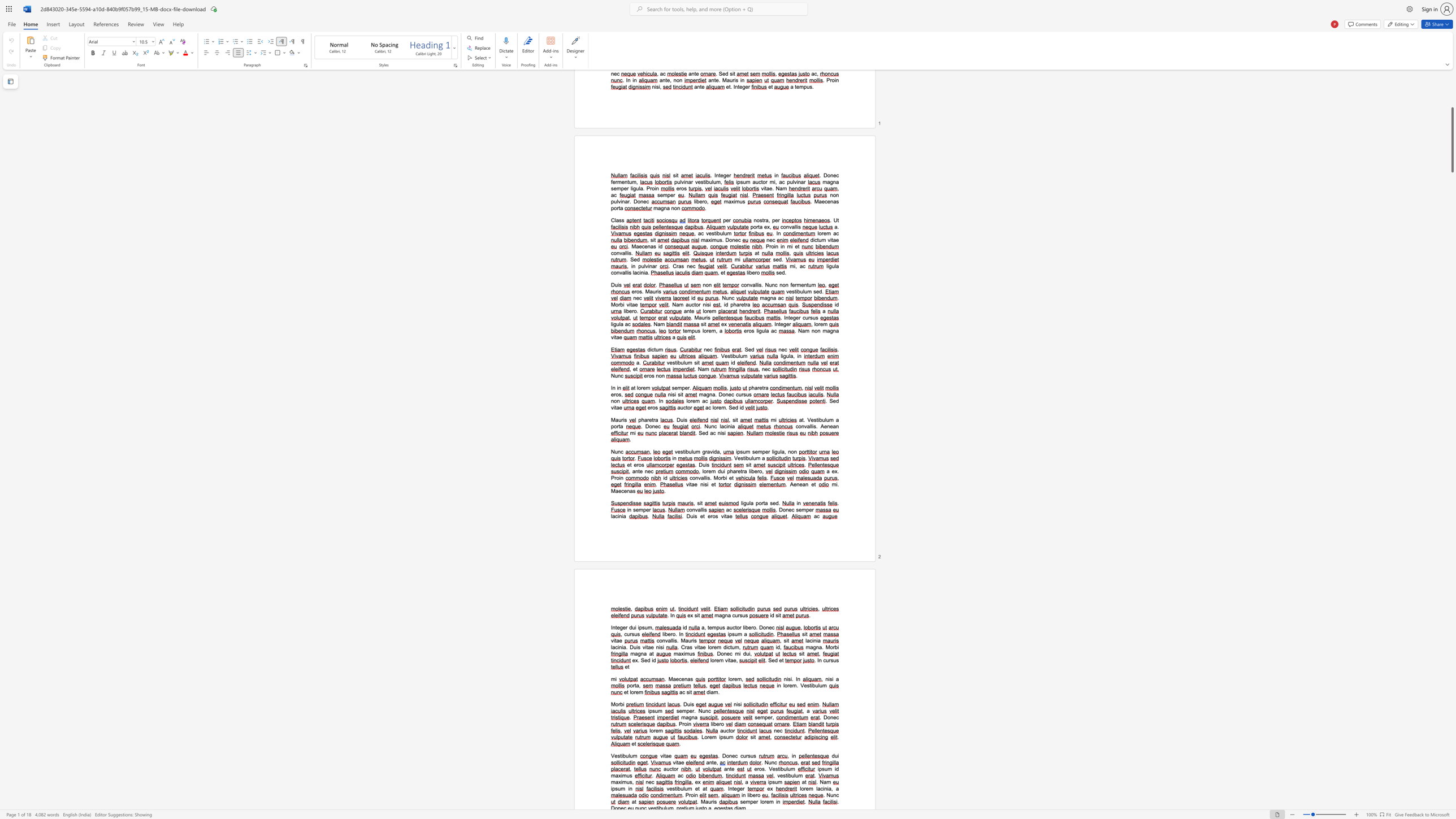 Image resolution: width=1456 pixels, height=819 pixels. I want to click on the 1th character "." in the text, so click(678, 640).